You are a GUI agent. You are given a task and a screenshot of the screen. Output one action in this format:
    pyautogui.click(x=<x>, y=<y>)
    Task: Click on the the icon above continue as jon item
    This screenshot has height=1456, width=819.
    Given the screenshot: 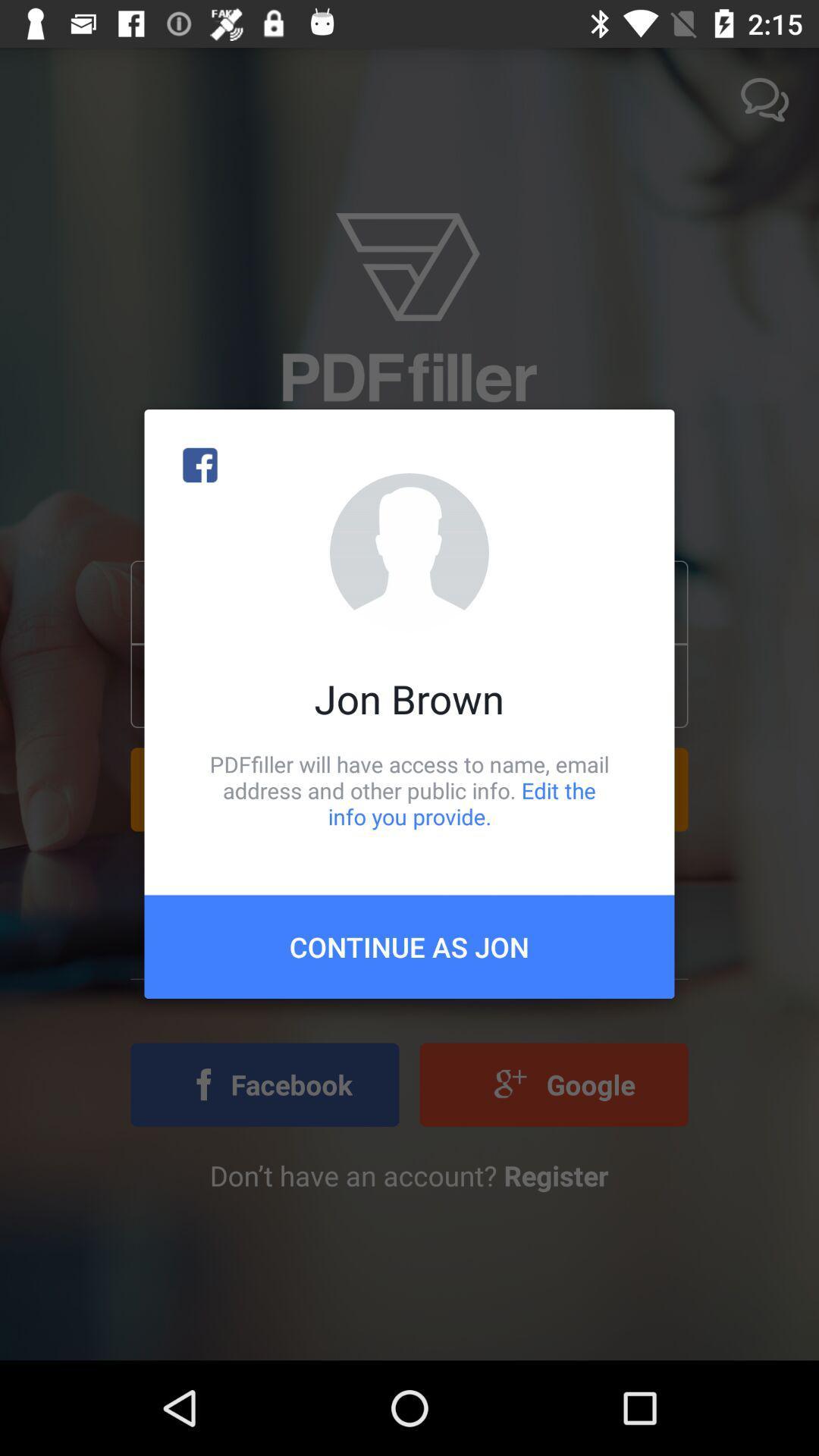 What is the action you would take?
    pyautogui.click(x=409, y=789)
    